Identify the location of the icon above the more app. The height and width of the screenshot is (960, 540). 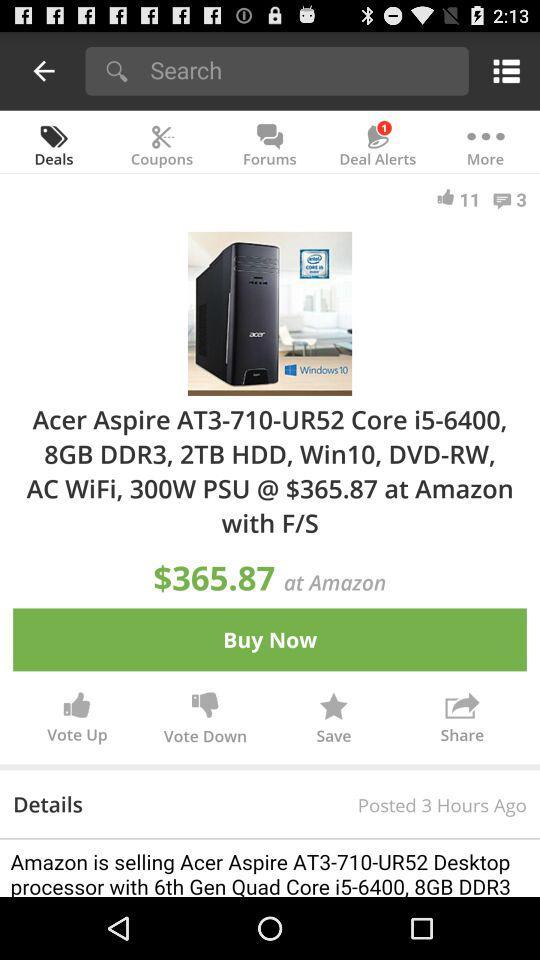
(502, 70).